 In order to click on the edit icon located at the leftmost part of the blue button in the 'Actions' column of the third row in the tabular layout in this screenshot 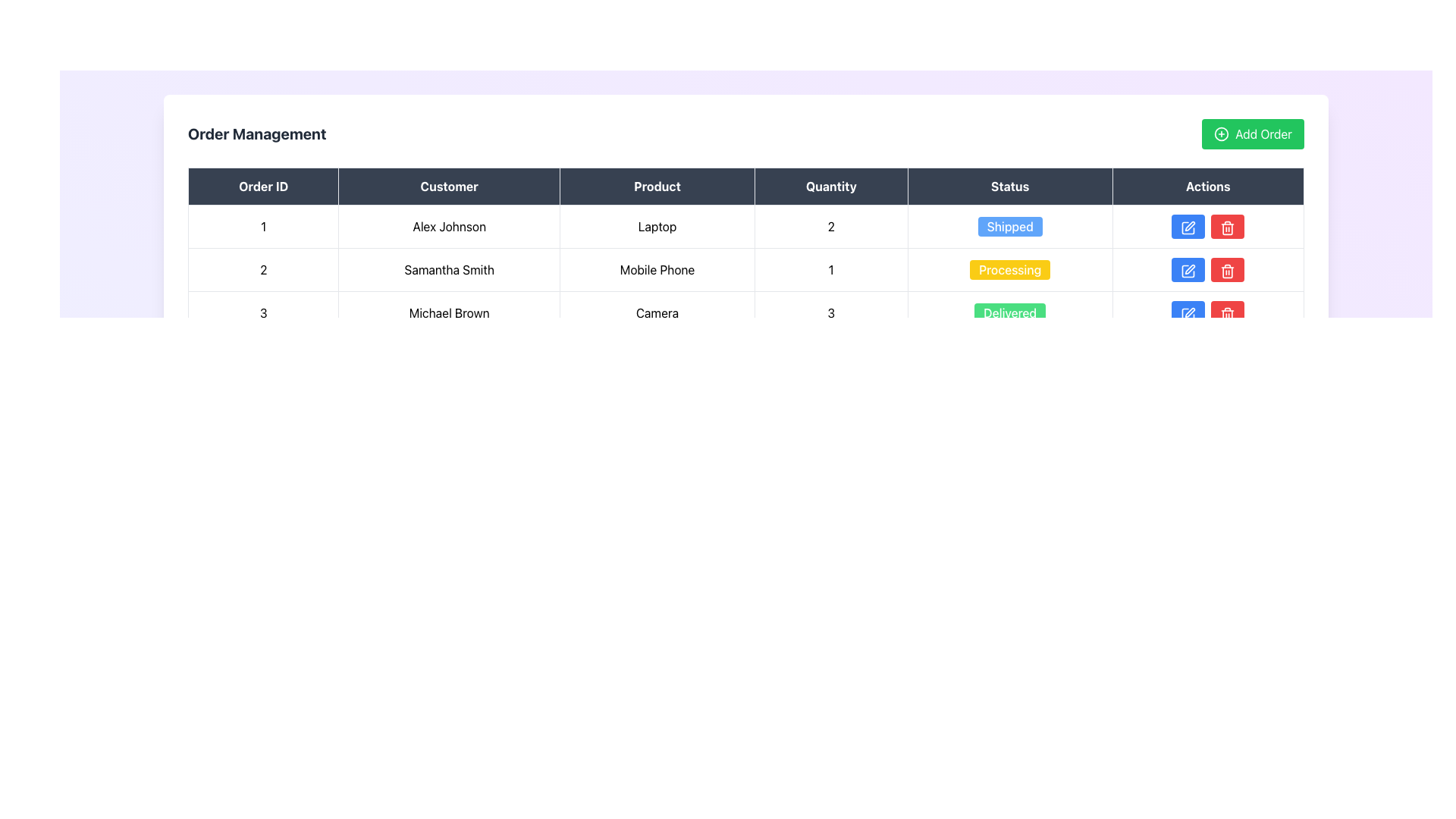, I will do `click(1188, 313)`.